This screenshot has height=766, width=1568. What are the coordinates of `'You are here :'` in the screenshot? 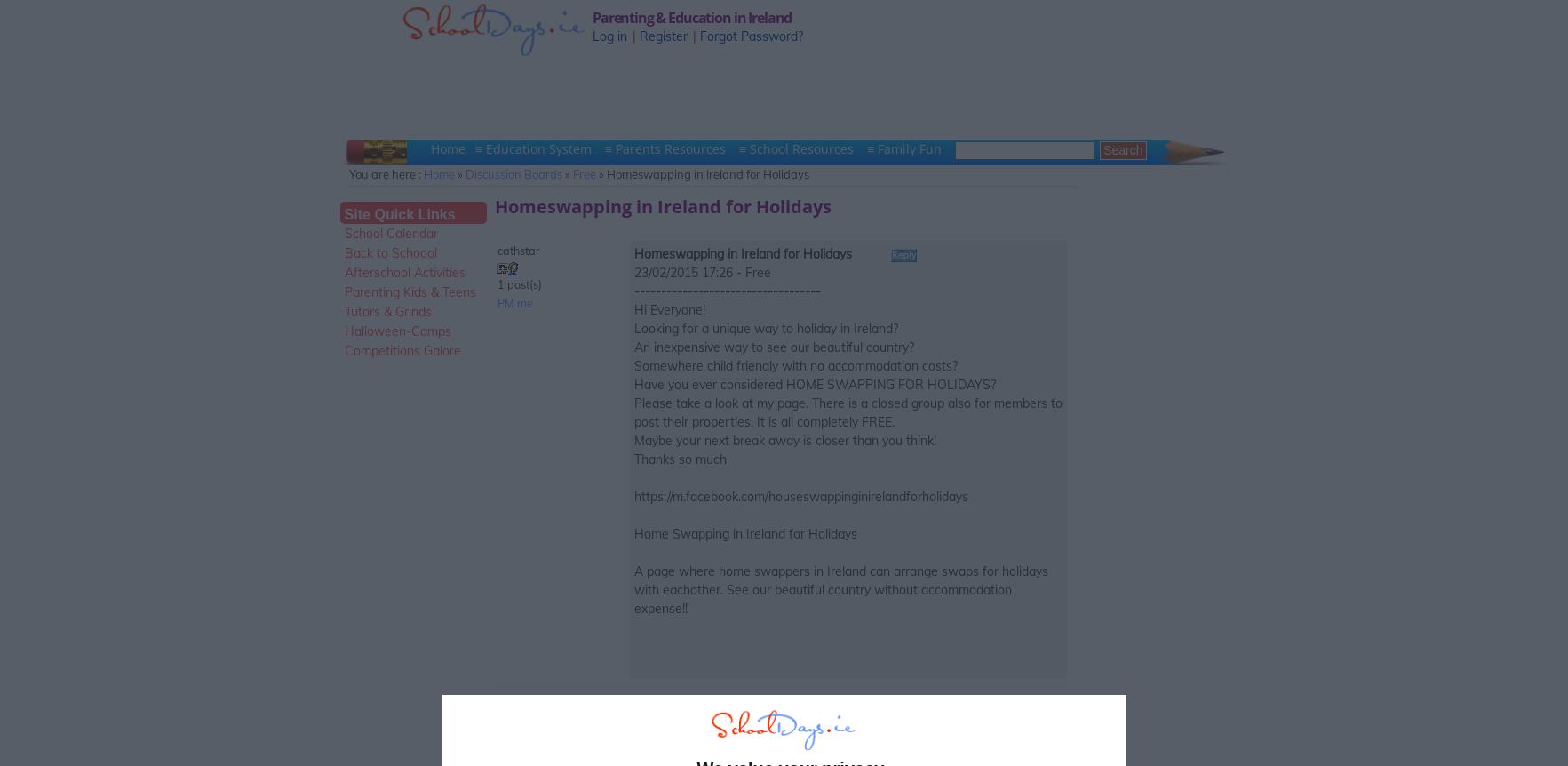 It's located at (385, 174).